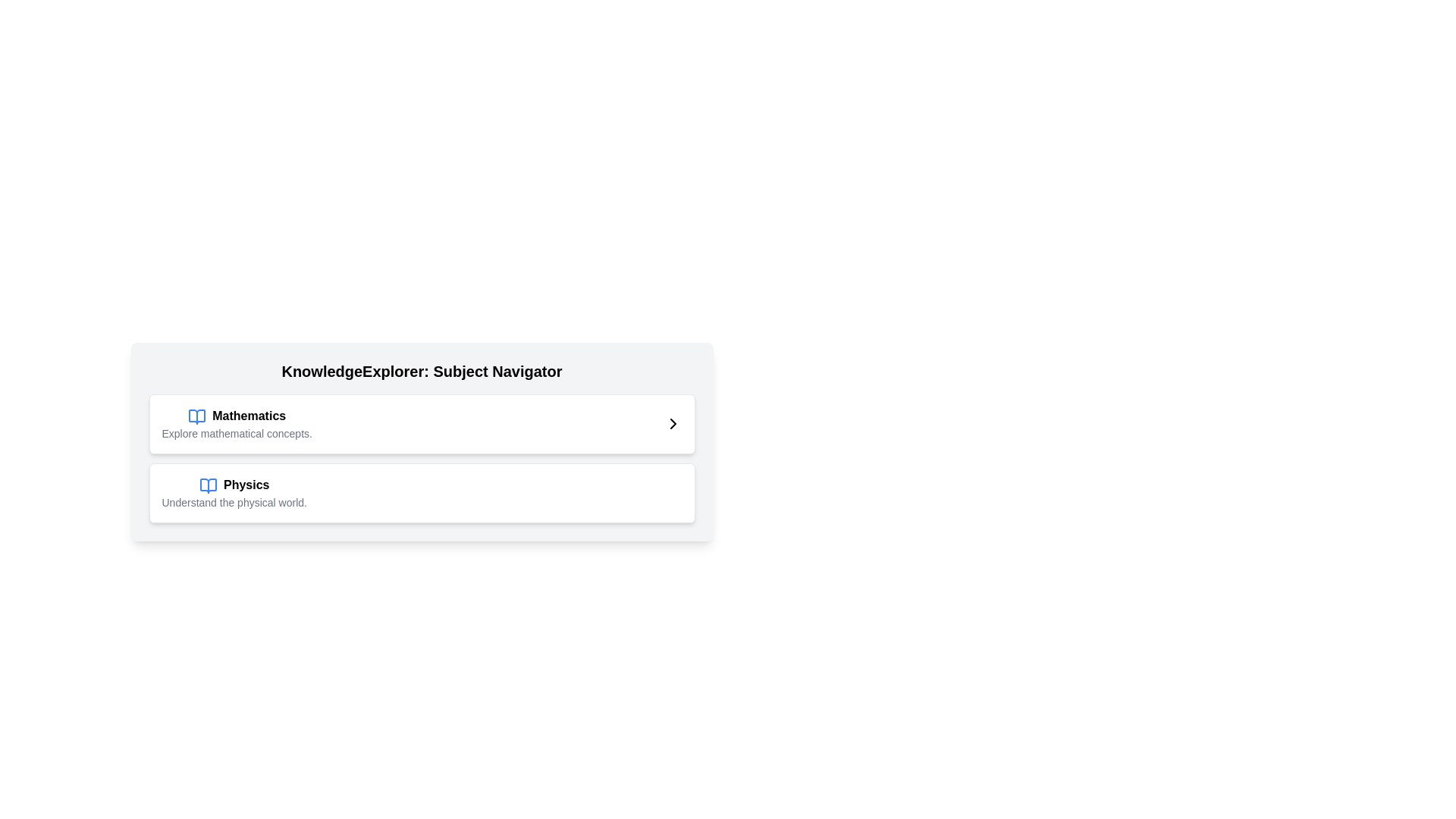 The height and width of the screenshot is (819, 1456). Describe the element at coordinates (236, 424) in the screenshot. I see `the interactive section header for the 'Mathematics' subject` at that location.